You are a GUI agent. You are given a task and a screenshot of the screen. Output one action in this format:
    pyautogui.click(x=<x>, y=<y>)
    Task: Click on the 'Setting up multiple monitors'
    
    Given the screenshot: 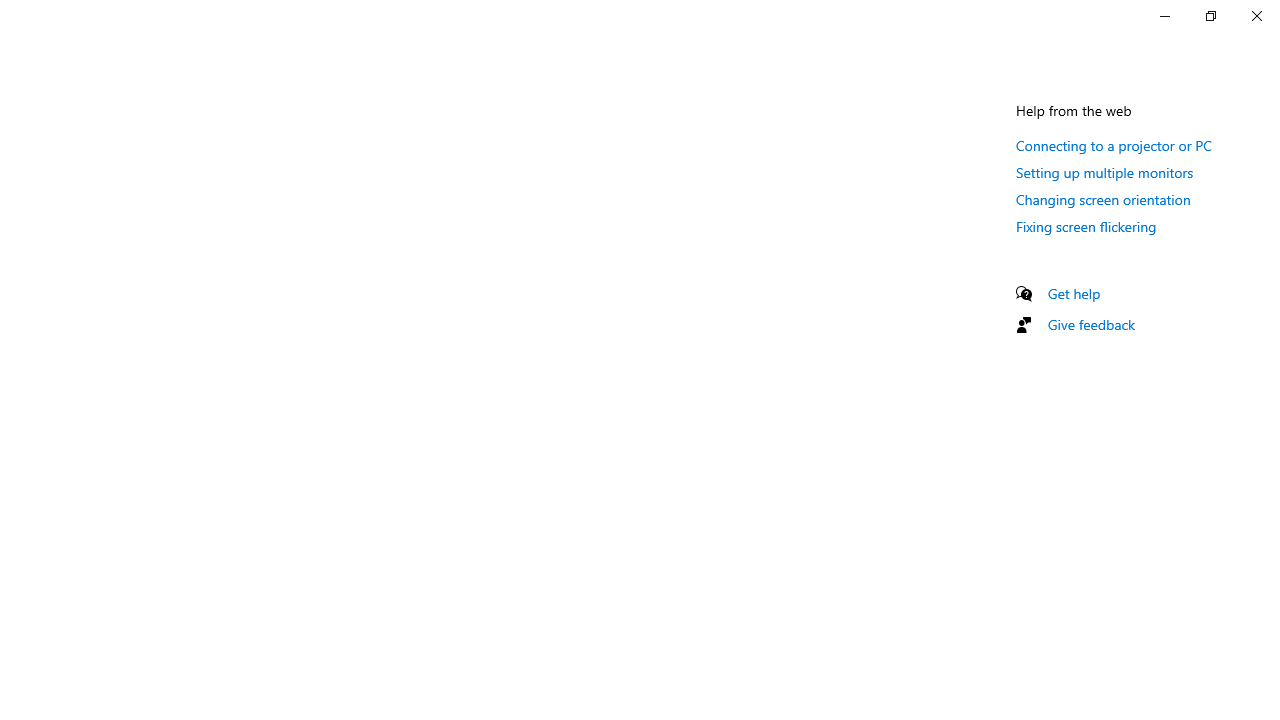 What is the action you would take?
    pyautogui.click(x=1104, y=171)
    